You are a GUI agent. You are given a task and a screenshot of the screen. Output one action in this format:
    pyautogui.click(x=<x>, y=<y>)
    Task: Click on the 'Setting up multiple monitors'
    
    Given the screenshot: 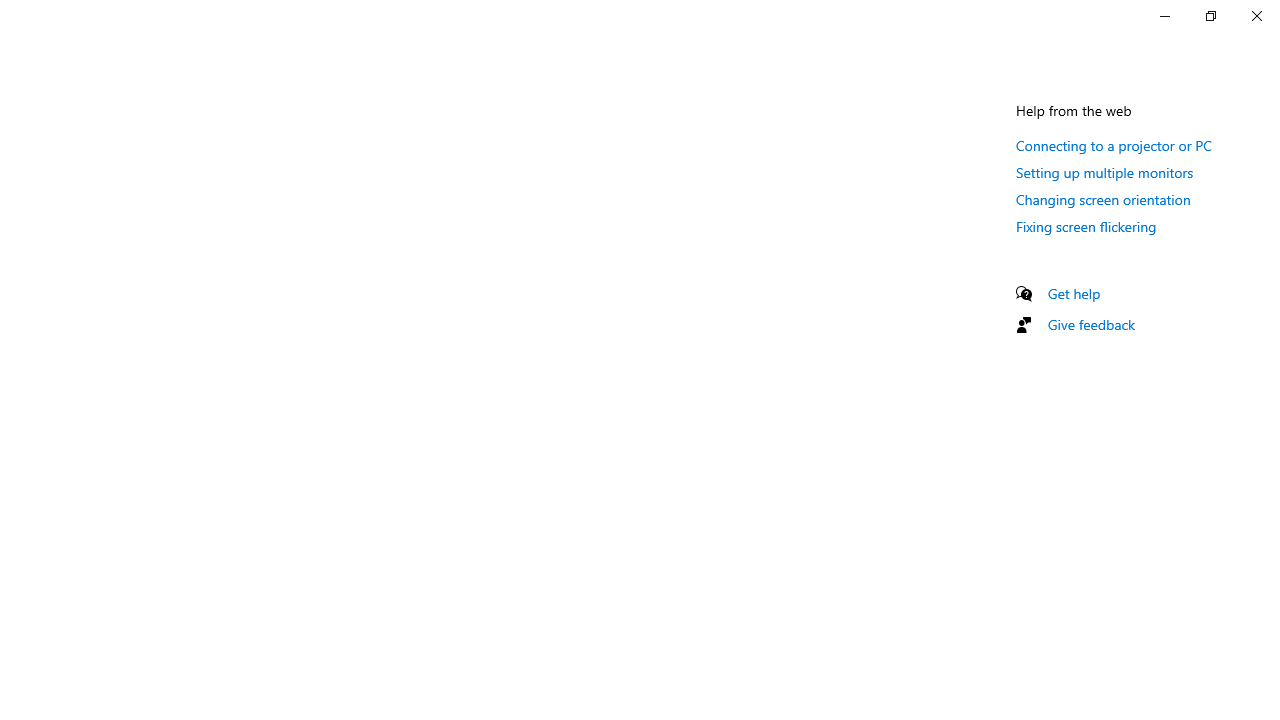 What is the action you would take?
    pyautogui.click(x=1104, y=171)
    